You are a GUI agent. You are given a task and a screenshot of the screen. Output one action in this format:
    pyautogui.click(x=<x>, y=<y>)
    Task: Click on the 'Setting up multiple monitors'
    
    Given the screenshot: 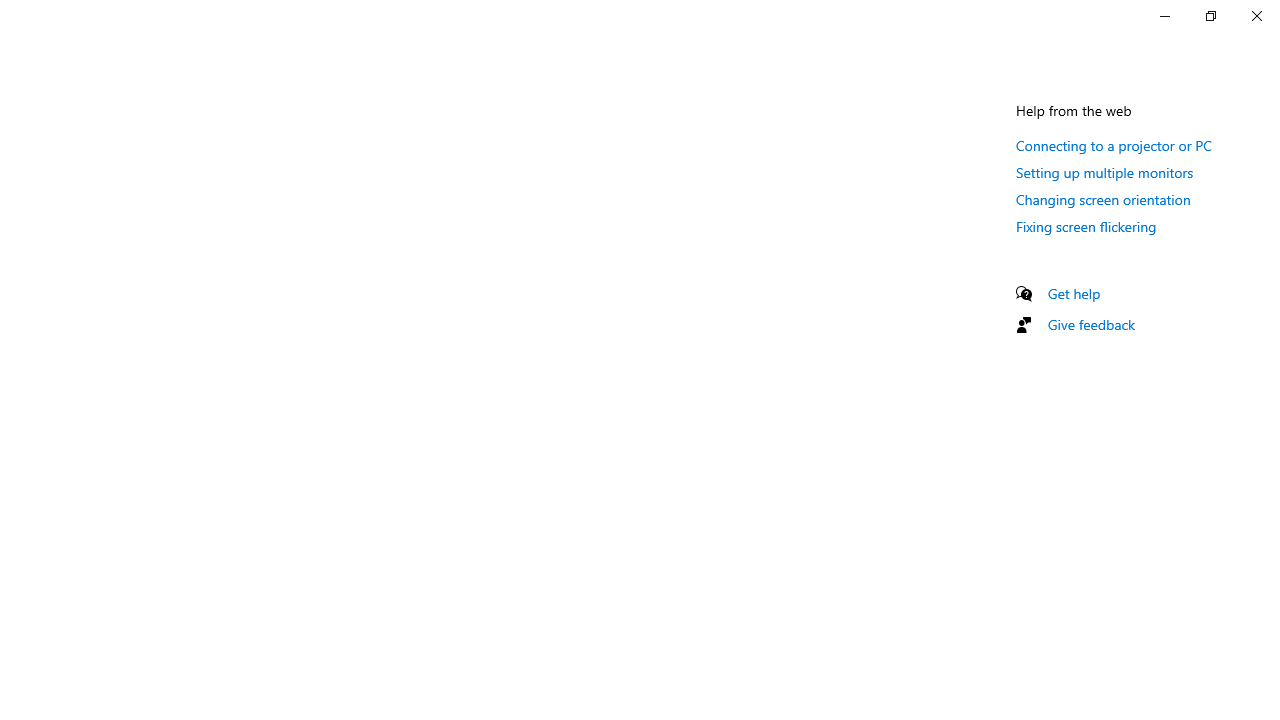 What is the action you would take?
    pyautogui.click(x=1104, y=171)
    